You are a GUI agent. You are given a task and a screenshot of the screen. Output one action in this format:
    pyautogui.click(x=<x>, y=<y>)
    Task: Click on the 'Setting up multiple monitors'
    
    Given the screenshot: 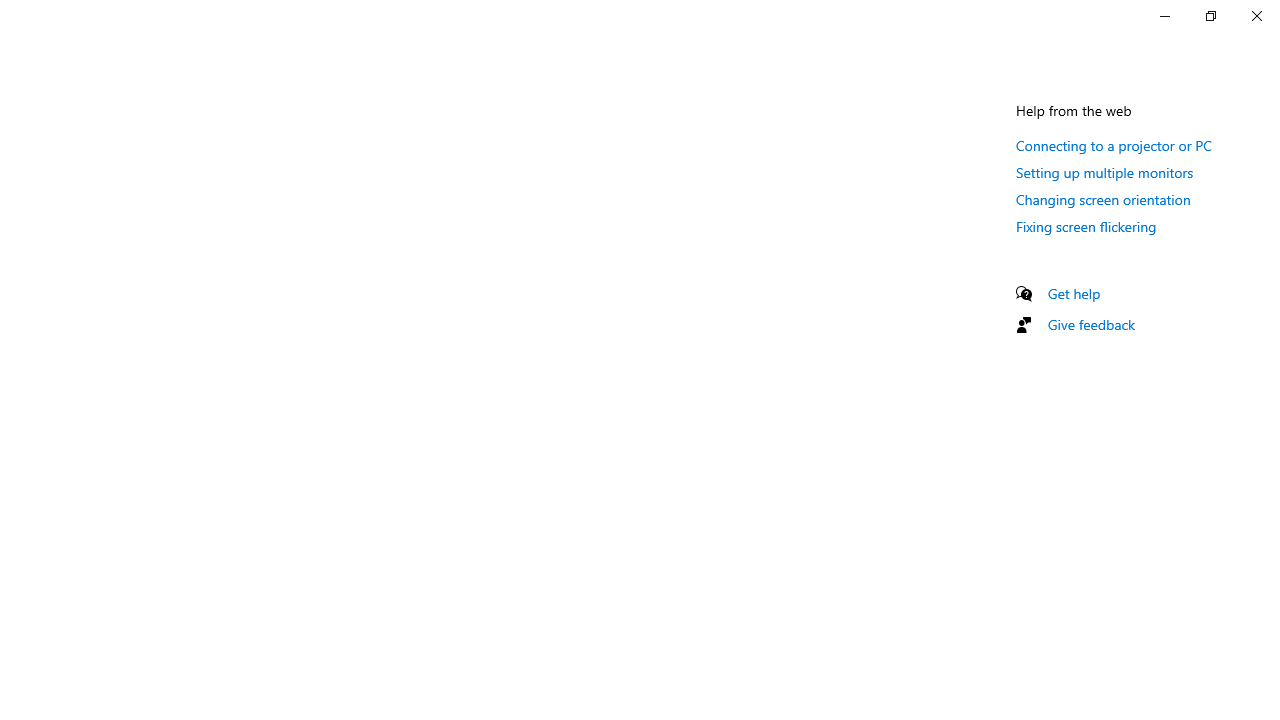 What is the action you would take?
    pyautogui.click(x=1104, y=171)
    